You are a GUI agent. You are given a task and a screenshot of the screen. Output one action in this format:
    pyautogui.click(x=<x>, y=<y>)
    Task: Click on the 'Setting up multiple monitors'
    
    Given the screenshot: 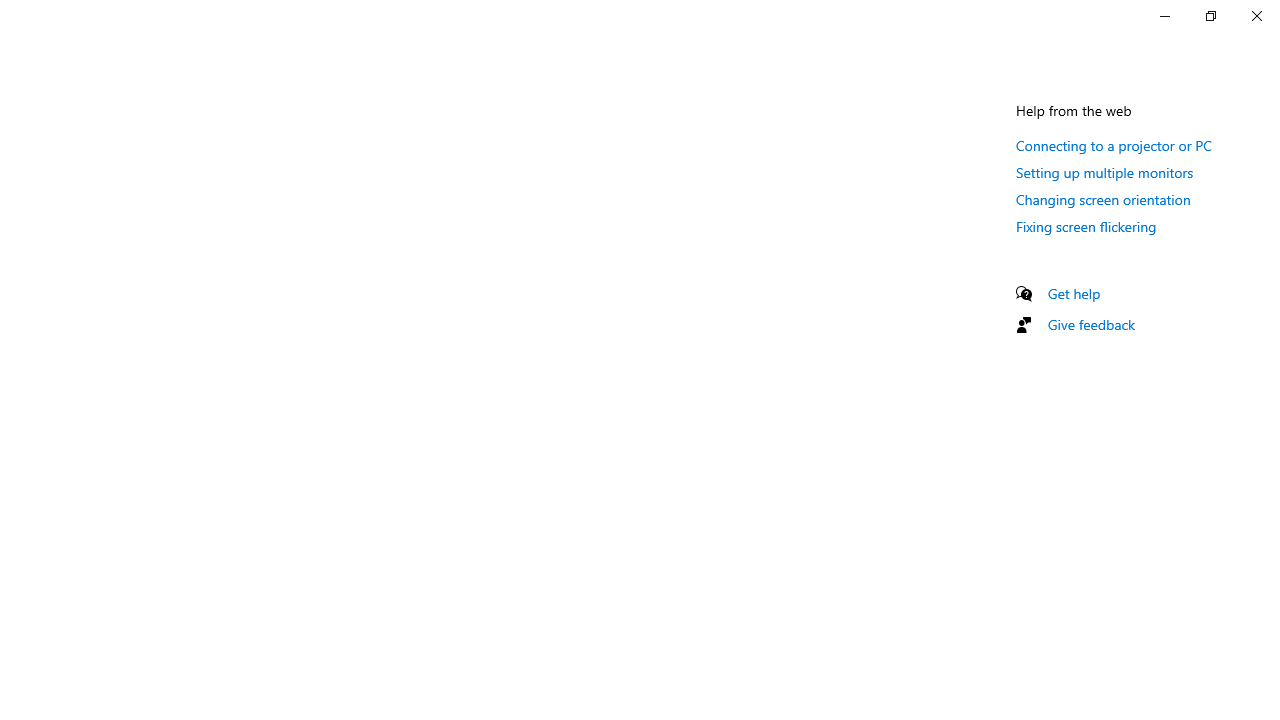 What is the action you would take?
    pyautogui.click(x=1104, y=171)
    